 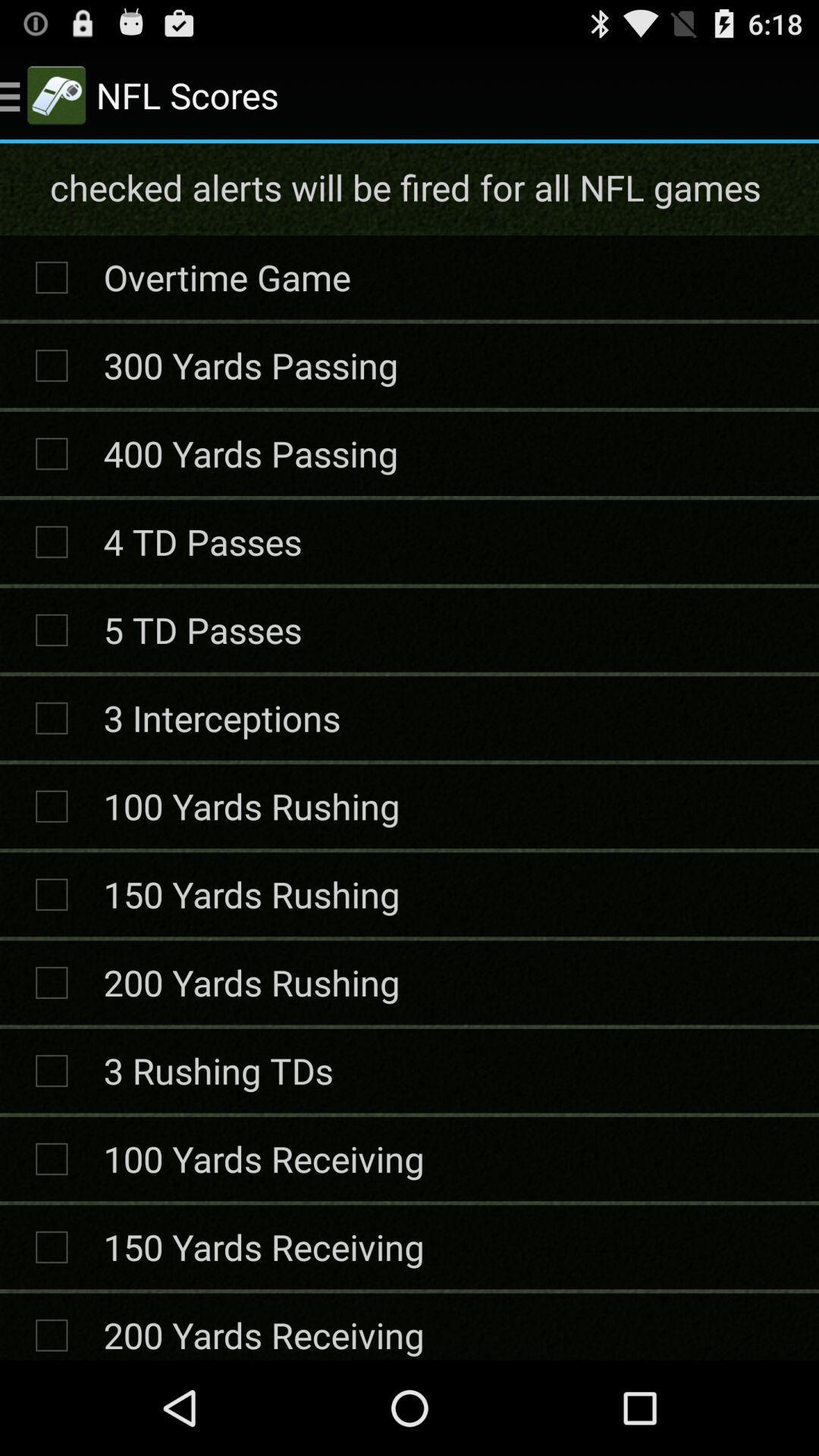 I want to click on the icon above the 300 yards passing item, so click(x=227, y=277).